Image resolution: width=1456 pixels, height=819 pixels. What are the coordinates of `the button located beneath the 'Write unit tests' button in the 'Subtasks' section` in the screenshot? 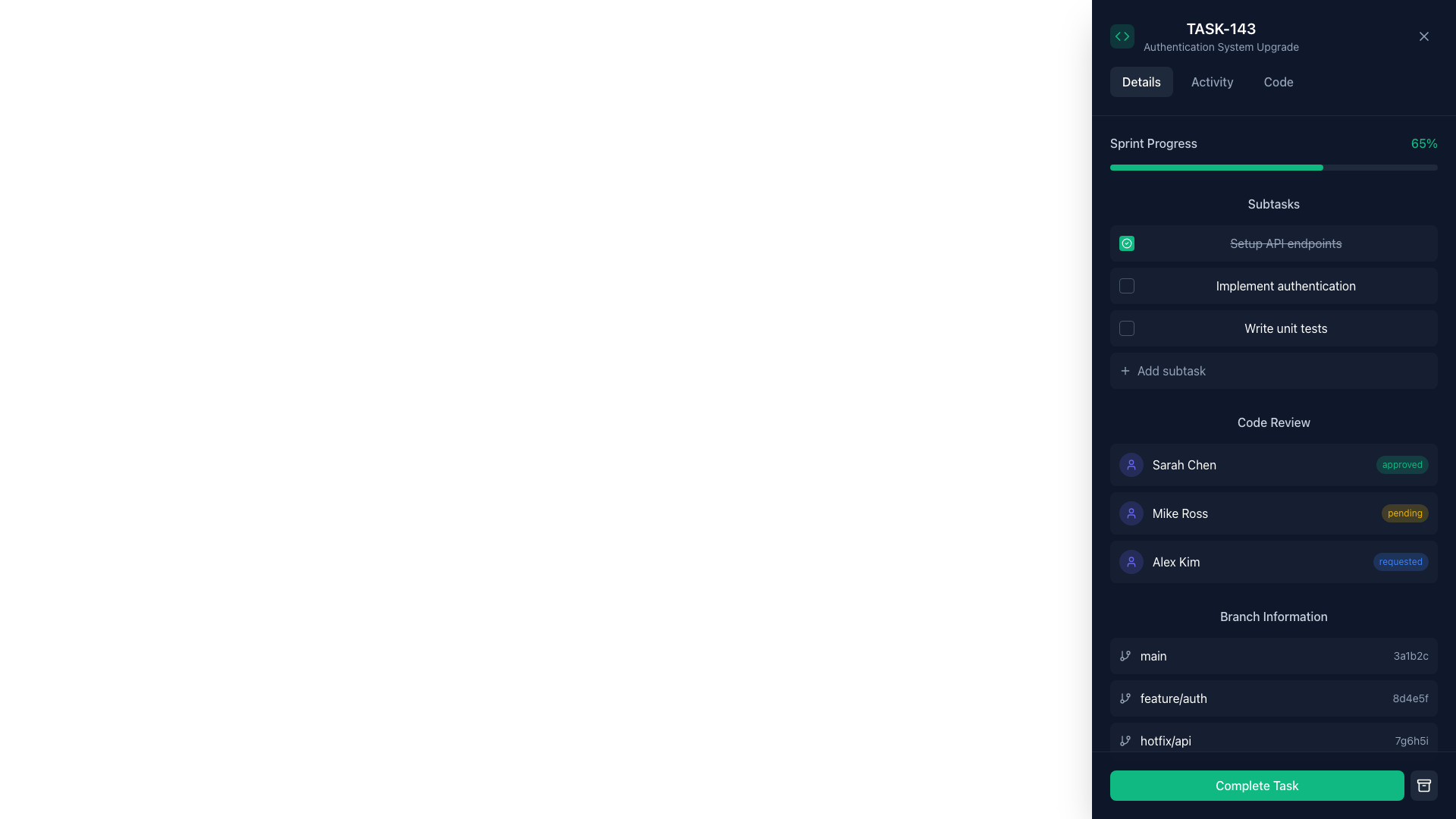 It's located at (1274, 371).